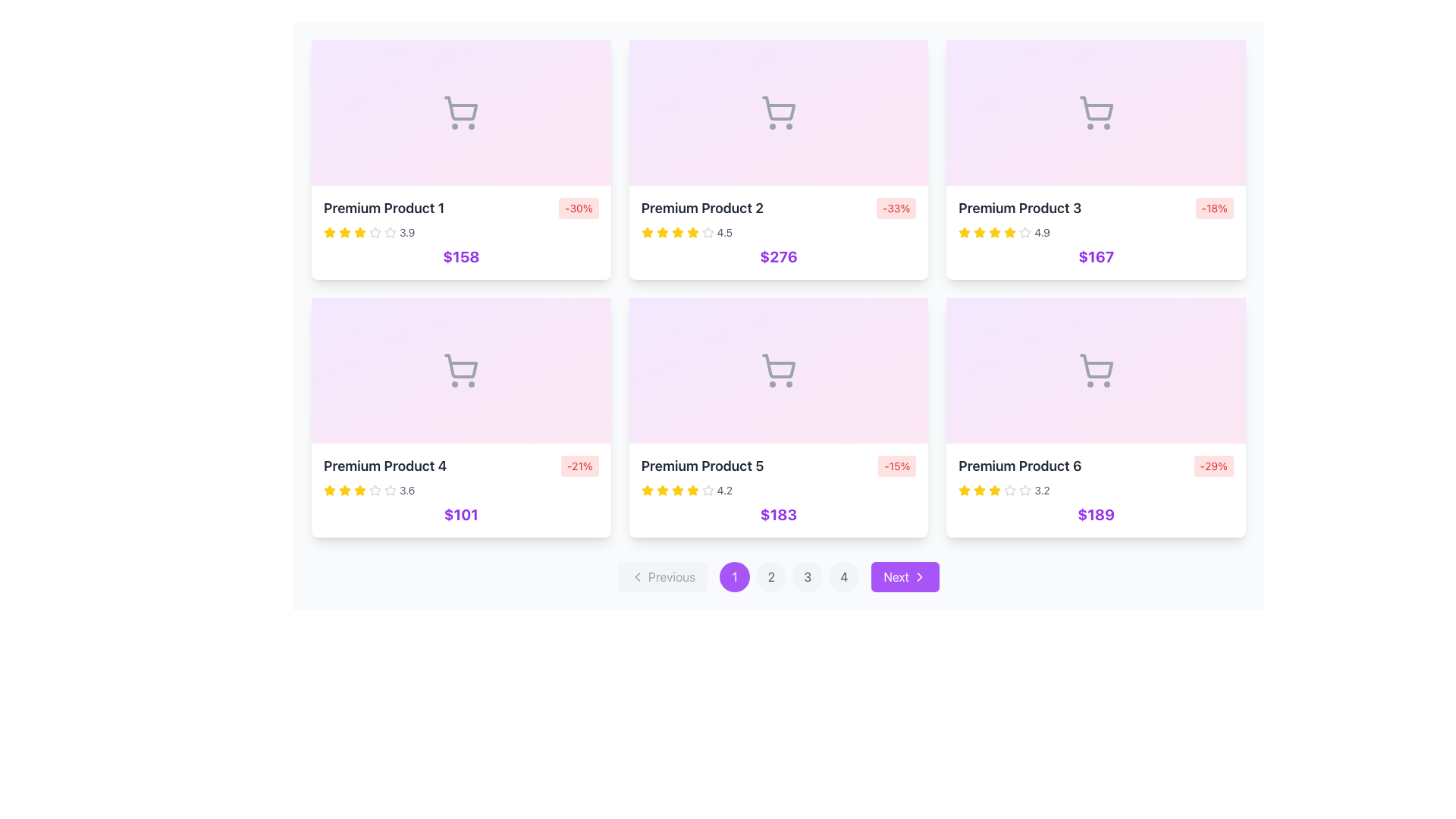 This screenshot has height=819, width=1456. I want to click on the fourth star in the Interactive Rating Icon to rate the 'Premium Product 3' as four-star, so click(995, 232).